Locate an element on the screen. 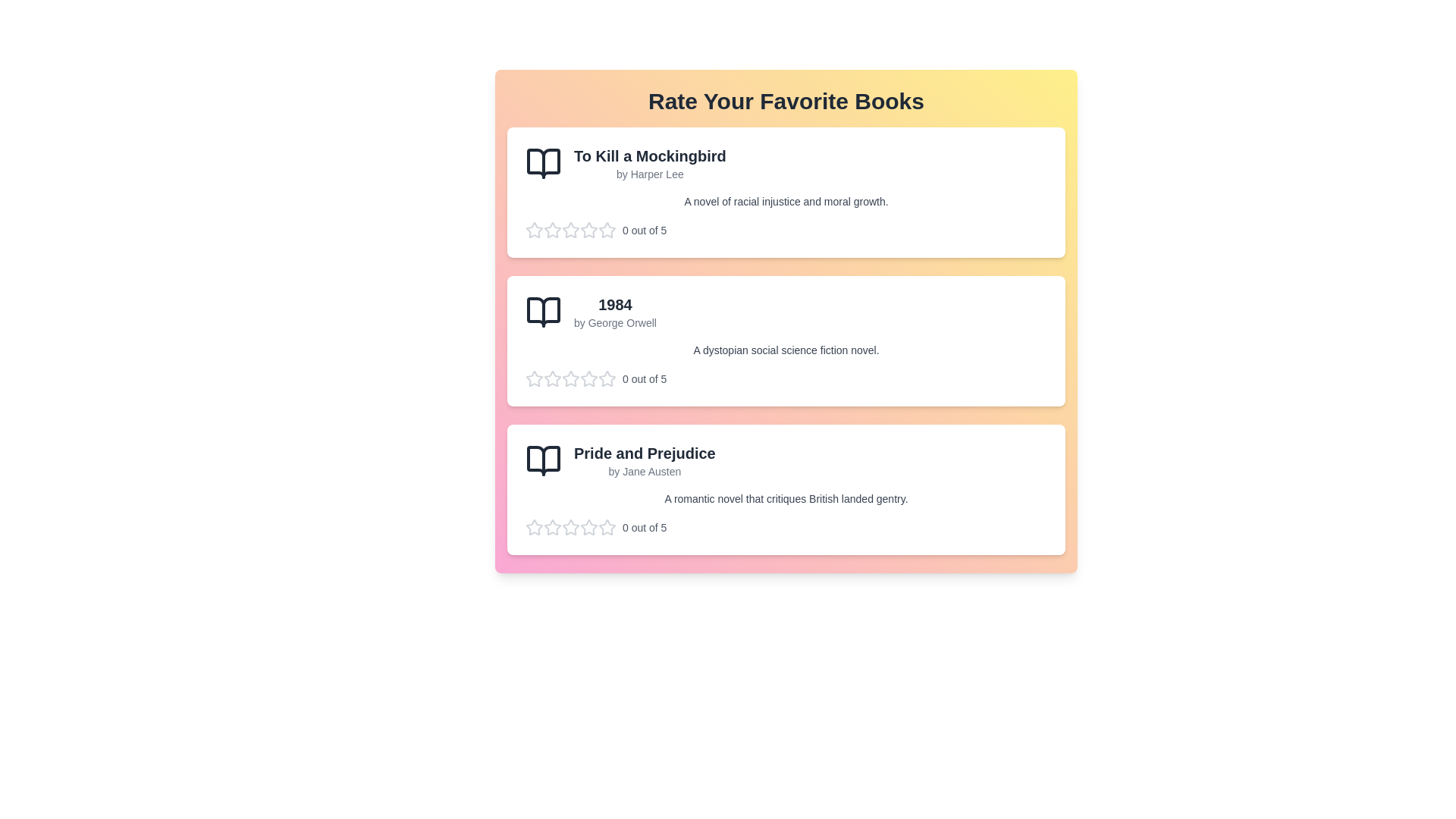  the open book icon that represents 'Pride and Prejudice' in the third entry of the vertically aligned list of book information cards is located at coordinates (543, 460).